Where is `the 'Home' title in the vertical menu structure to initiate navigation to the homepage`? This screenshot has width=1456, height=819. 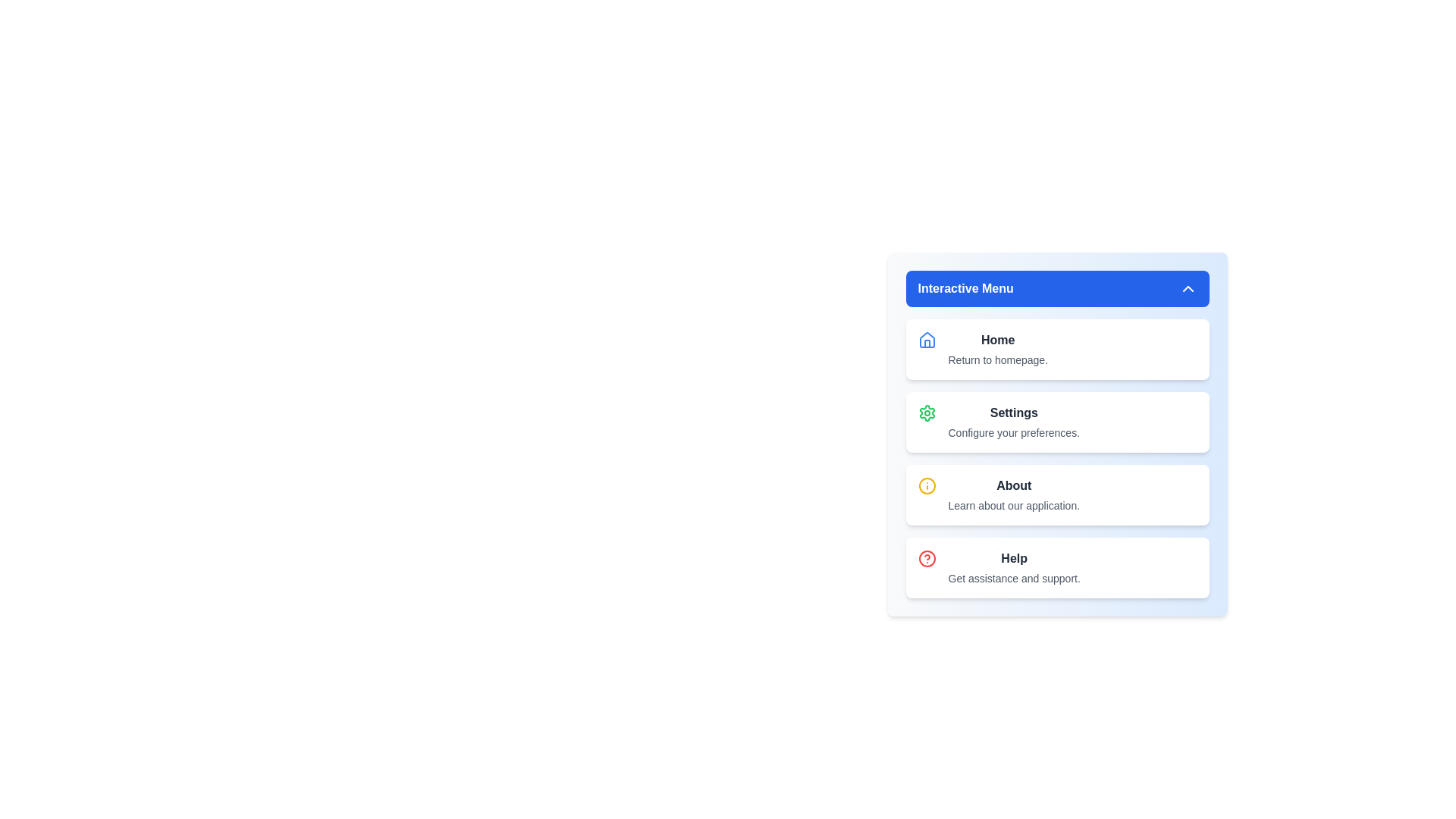
the 'Home' title in the vertical menu structure to initiate navigation to the homepage is located at coordinates (998, 350).